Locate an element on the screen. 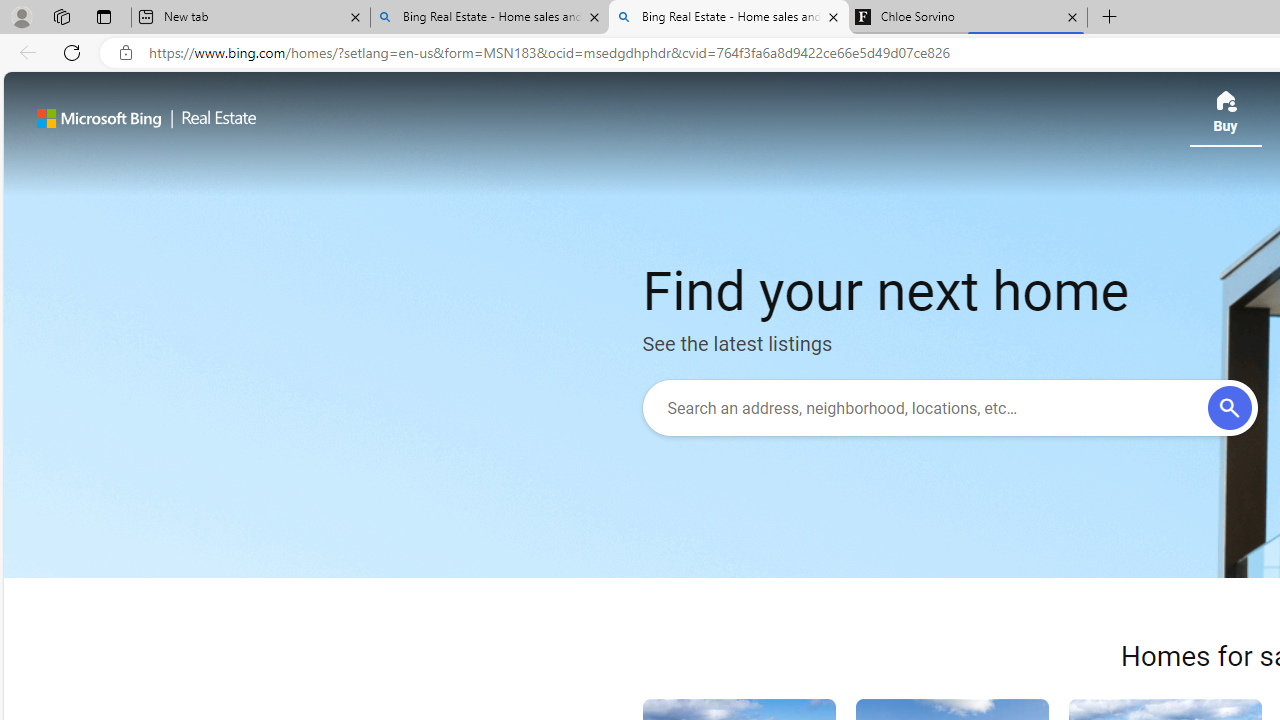 Image resolution: width=1280 pixels, height=720 pixels. 'Buy' is located at coordinates (1224, 118).